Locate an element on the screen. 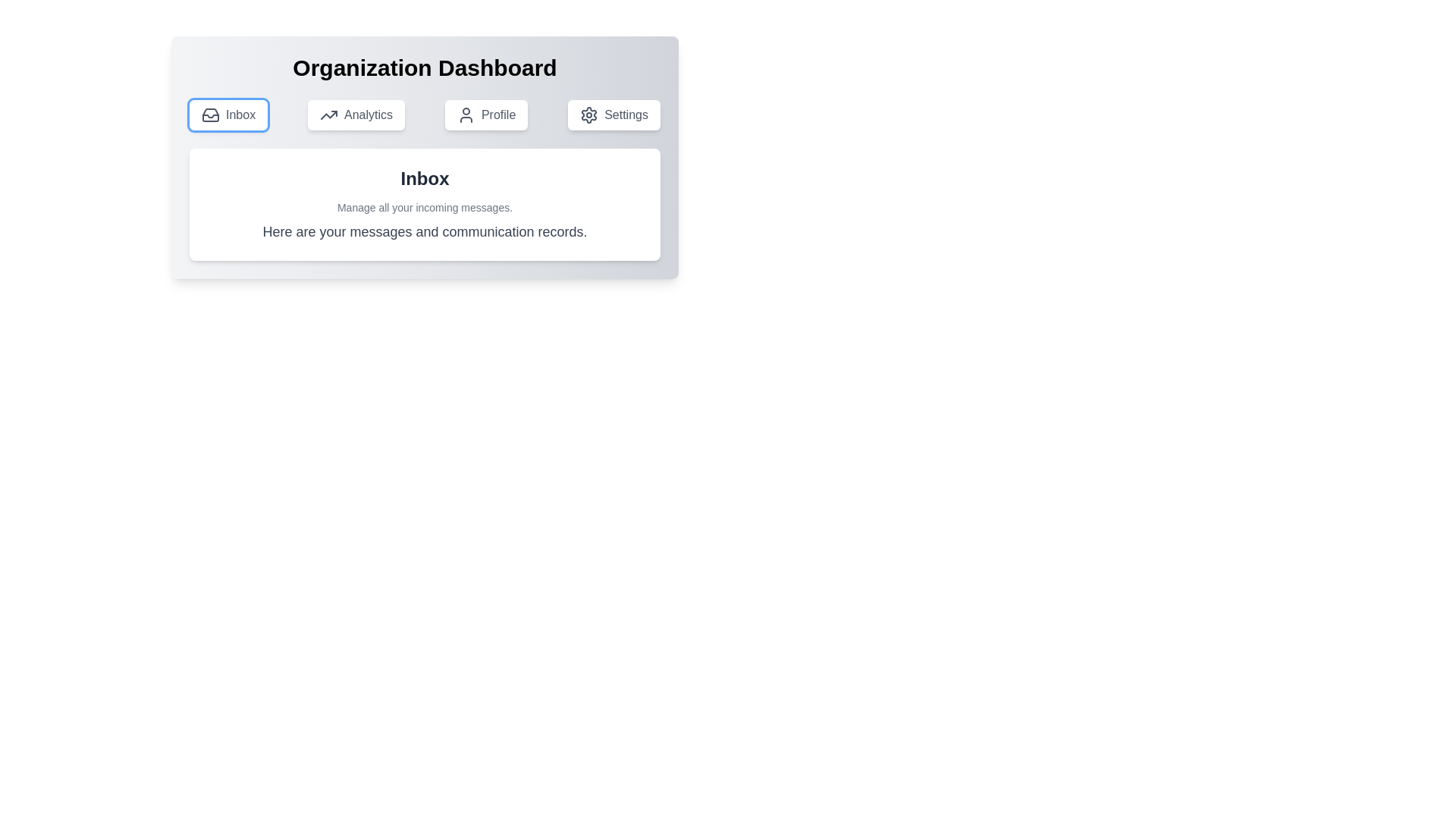 Image resolution: width=1456 pixels, height=819 pixels. the settings icon located is located at coordinates (588, 114).